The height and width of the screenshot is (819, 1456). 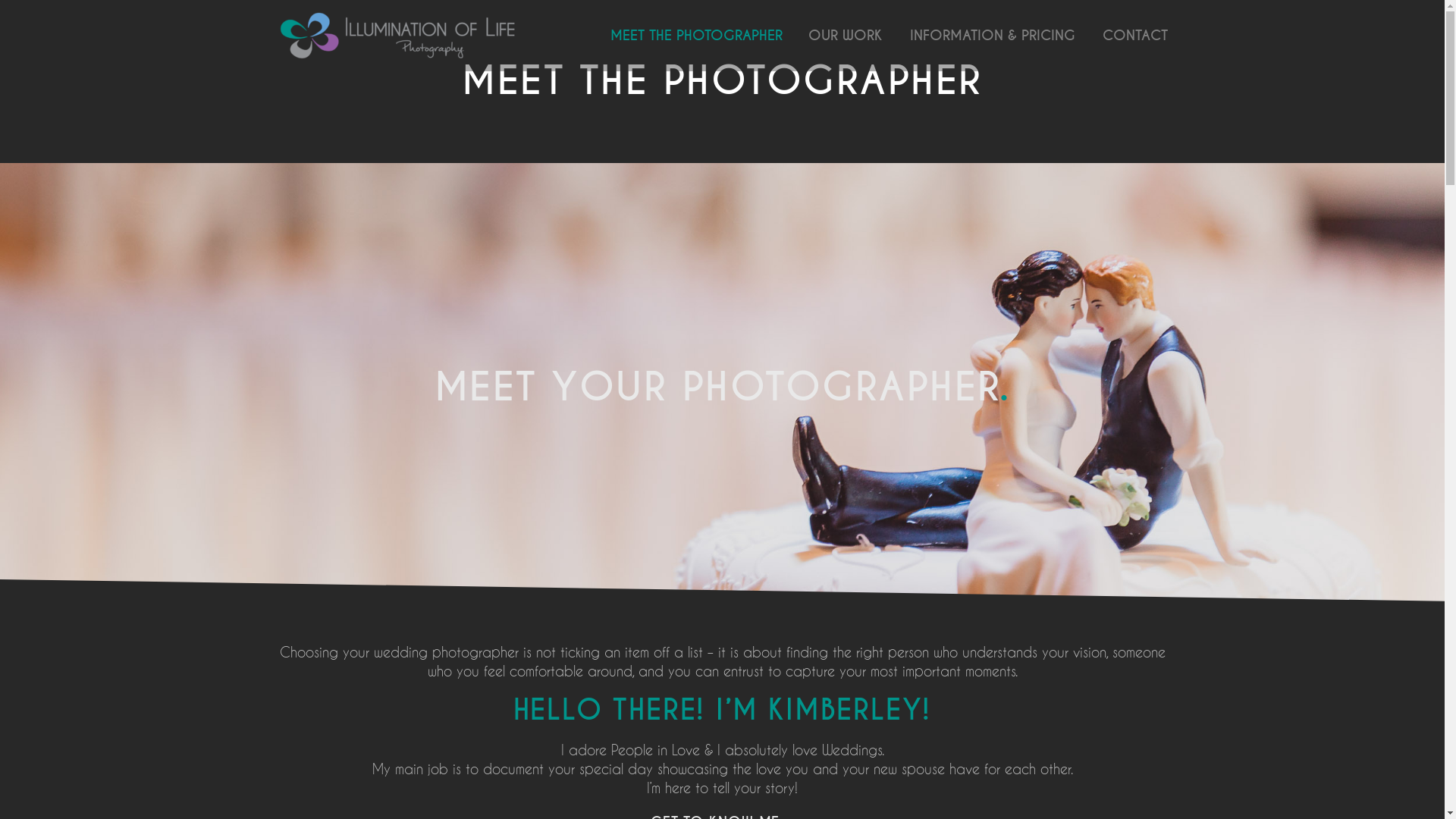 What do you see at coordinates (1134, 34) in the screenshot?
I see `'CONTACT'` at bounding box center [1134, 34].